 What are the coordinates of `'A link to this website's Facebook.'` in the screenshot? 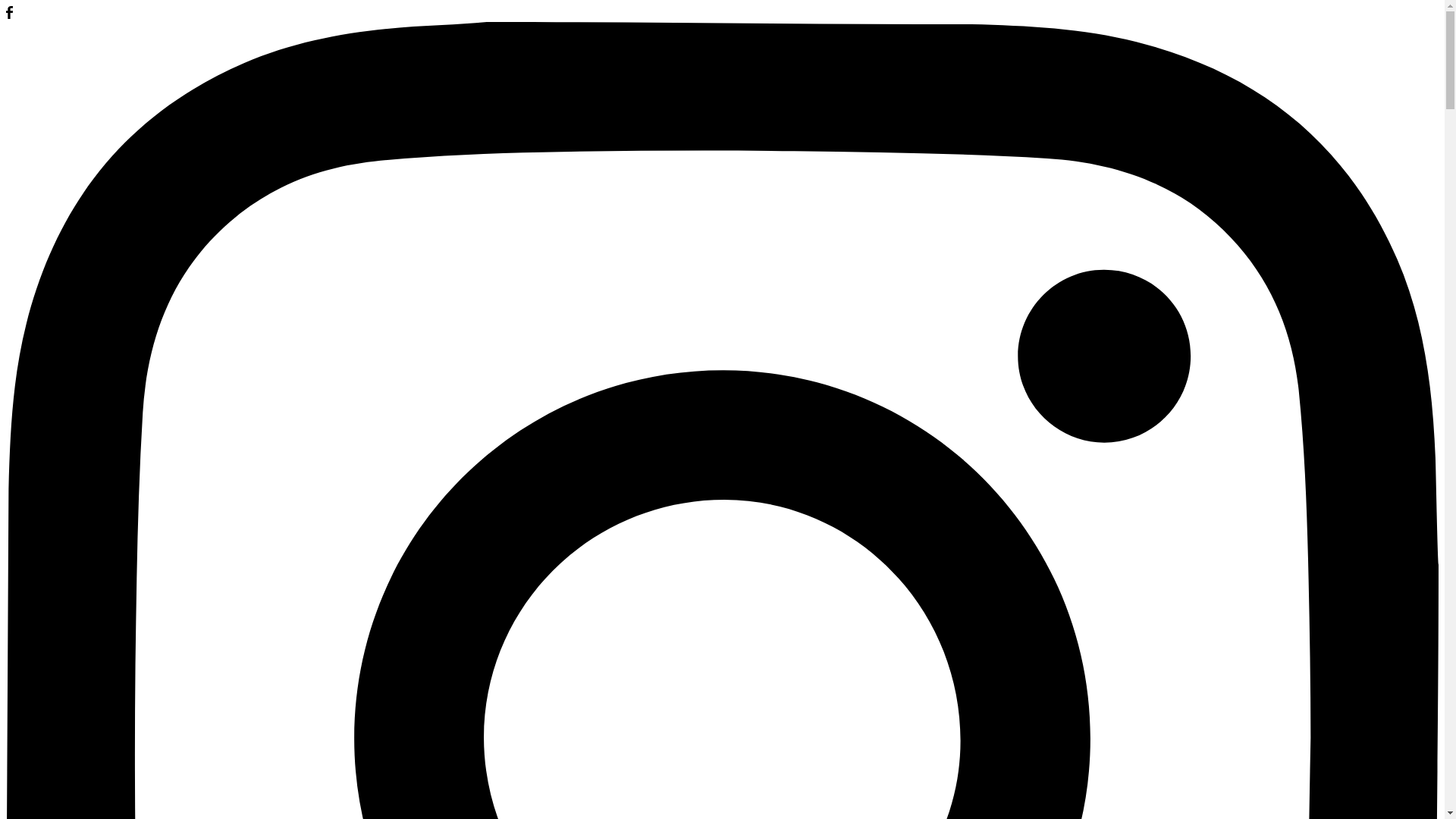 It's located at (9, 14).